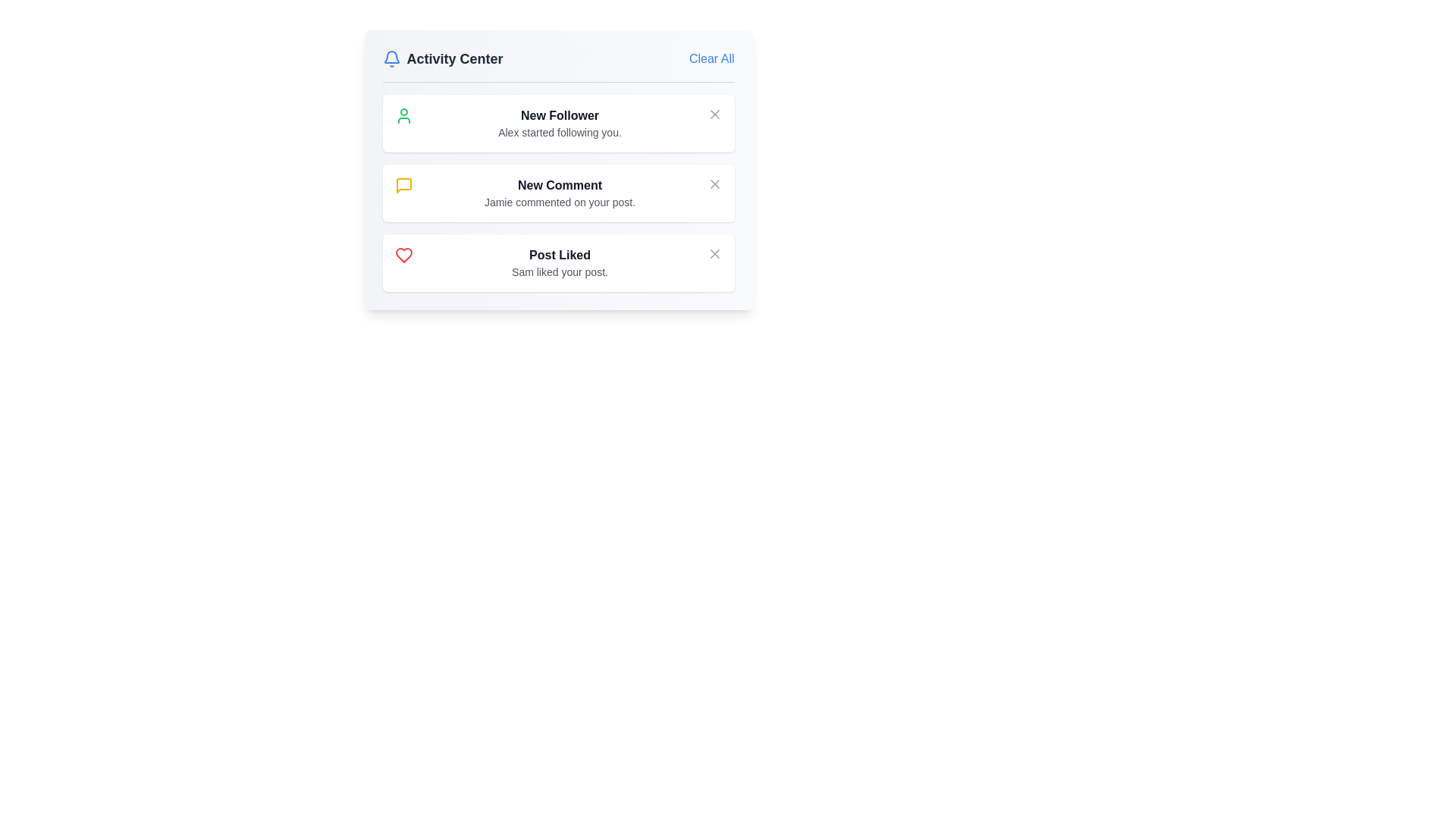  I want to click on the dismiss button for the 'New Comment' notification located in the top-right corner of the second notification entry in the 'Activity Center' panel to change its color, so click(714, 184).